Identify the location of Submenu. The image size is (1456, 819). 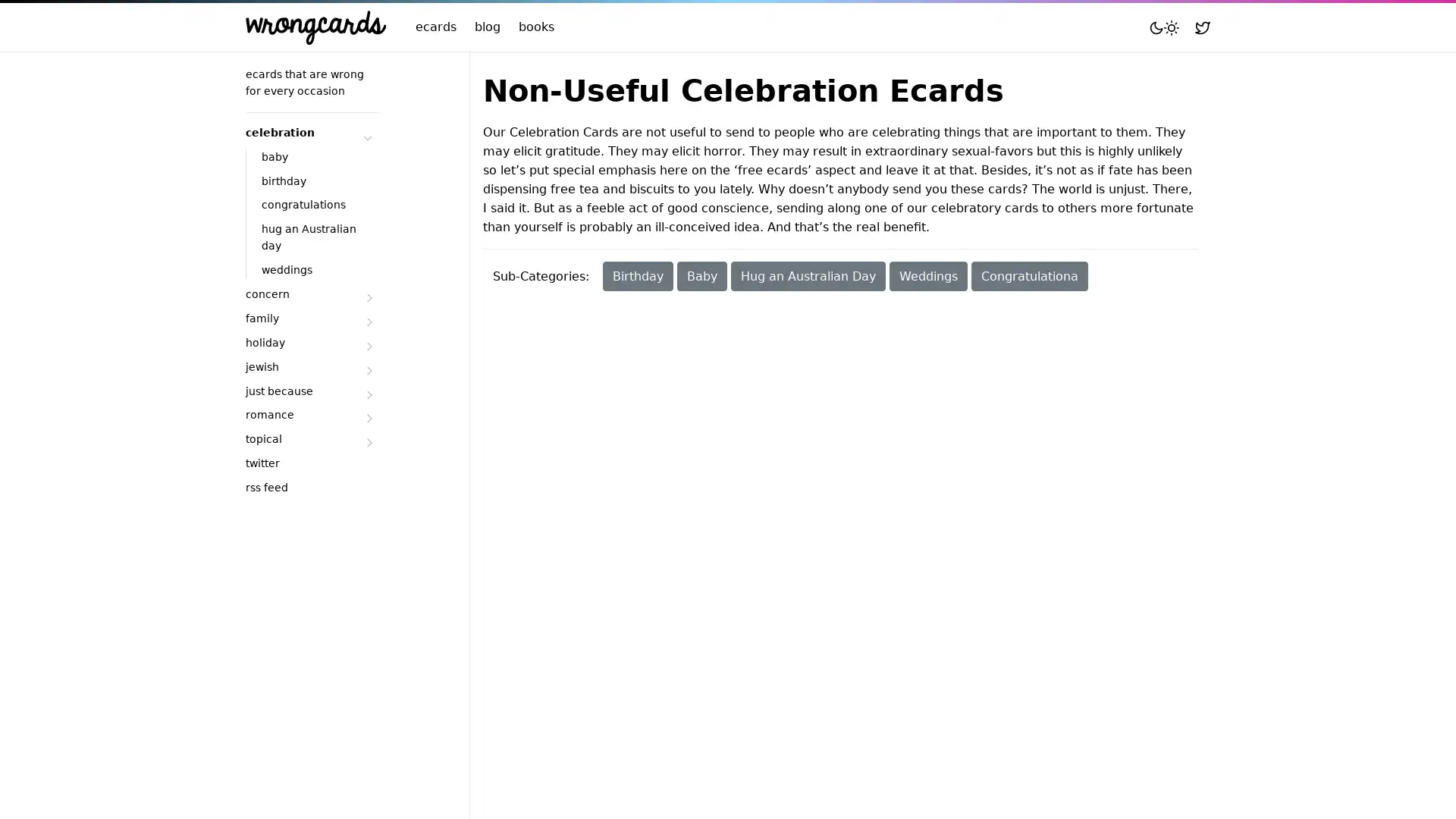
(367, 442).